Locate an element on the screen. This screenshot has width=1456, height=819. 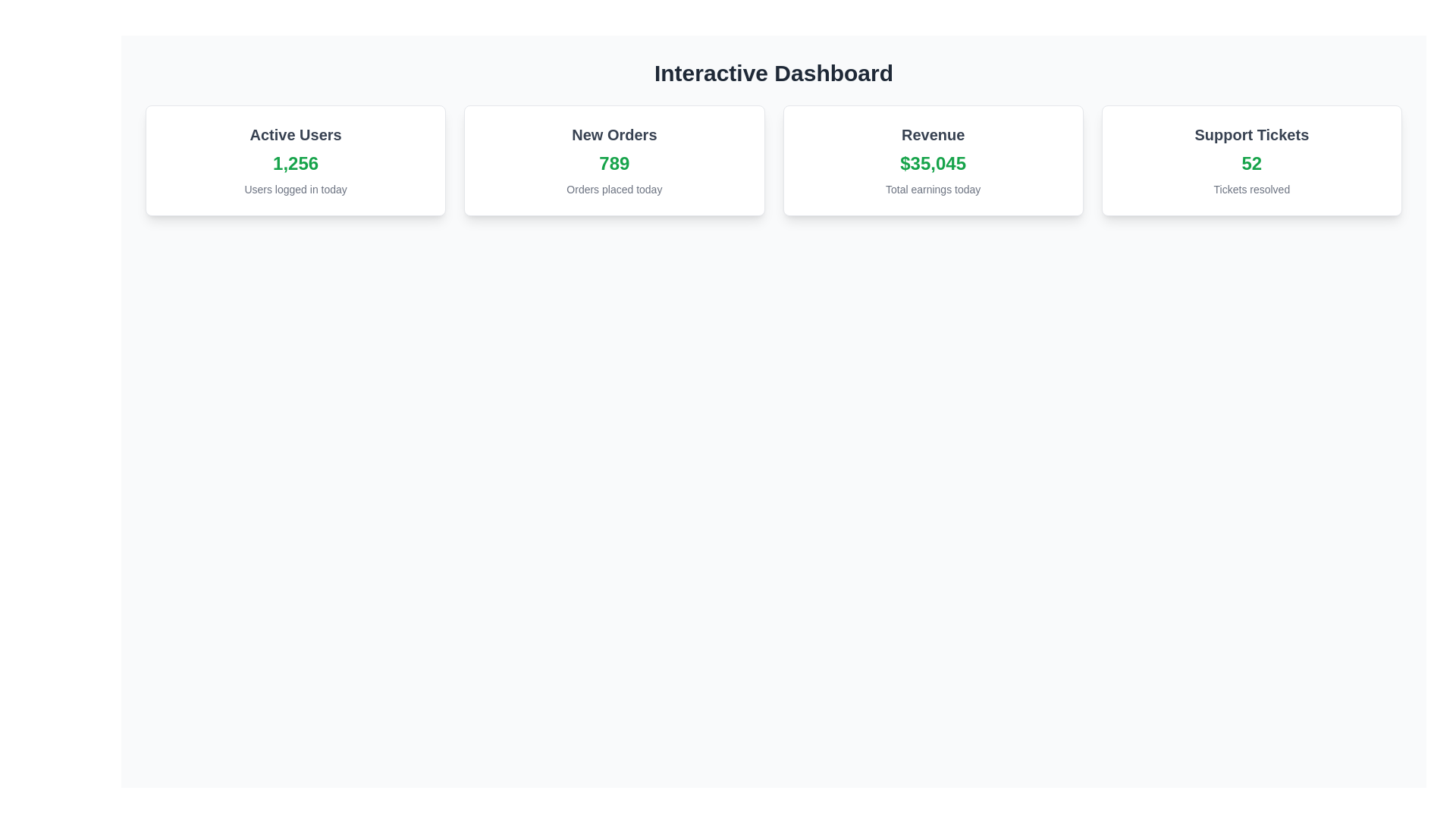
the text label displaying 'Total earnings today' located below the '$35,045' value within the 'Revenue' card is located at coordinates (932, 189).